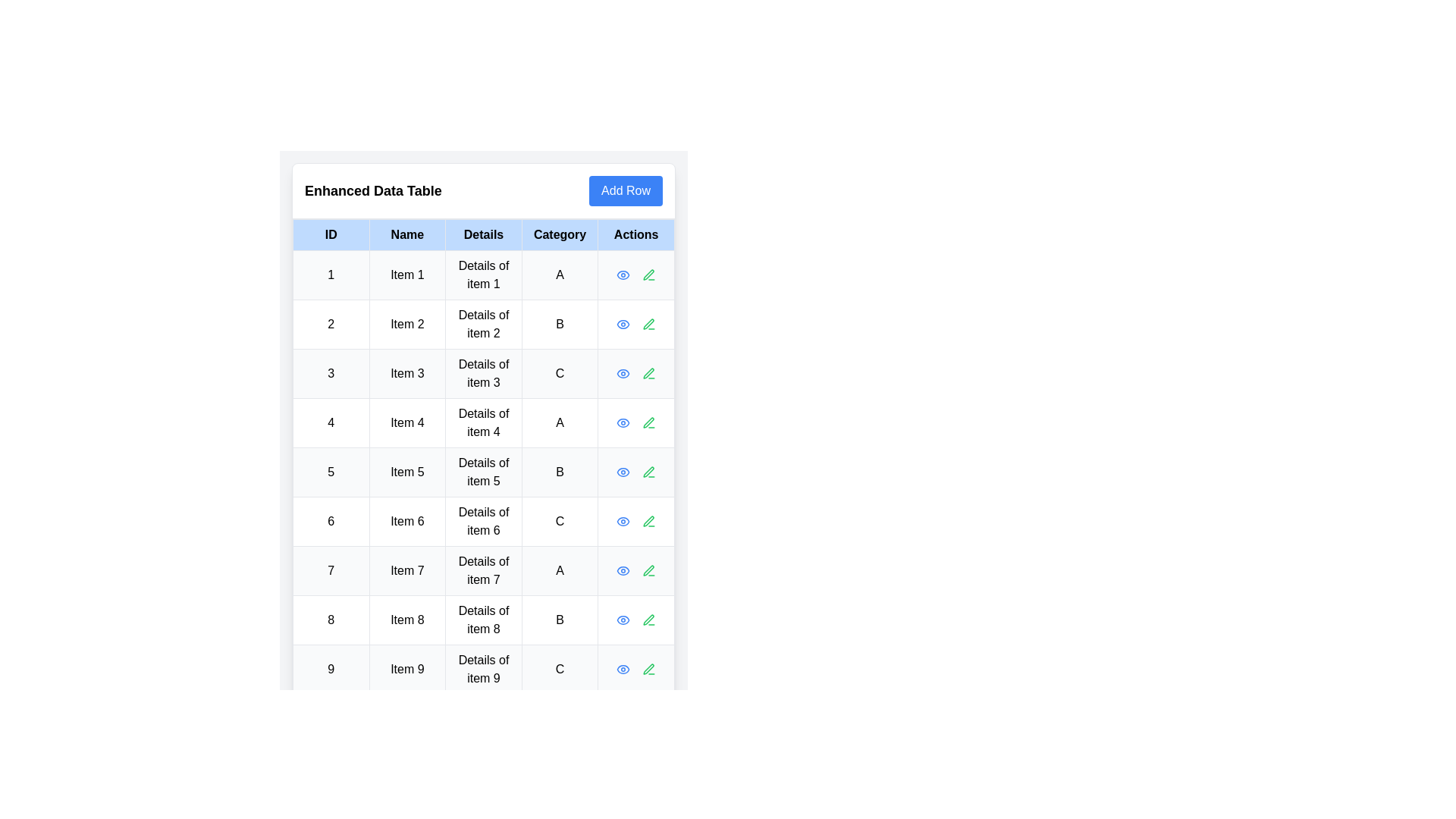 This screenshot has width=1456, height=819. I want to click on keyboard navigation, so click(649, 324).